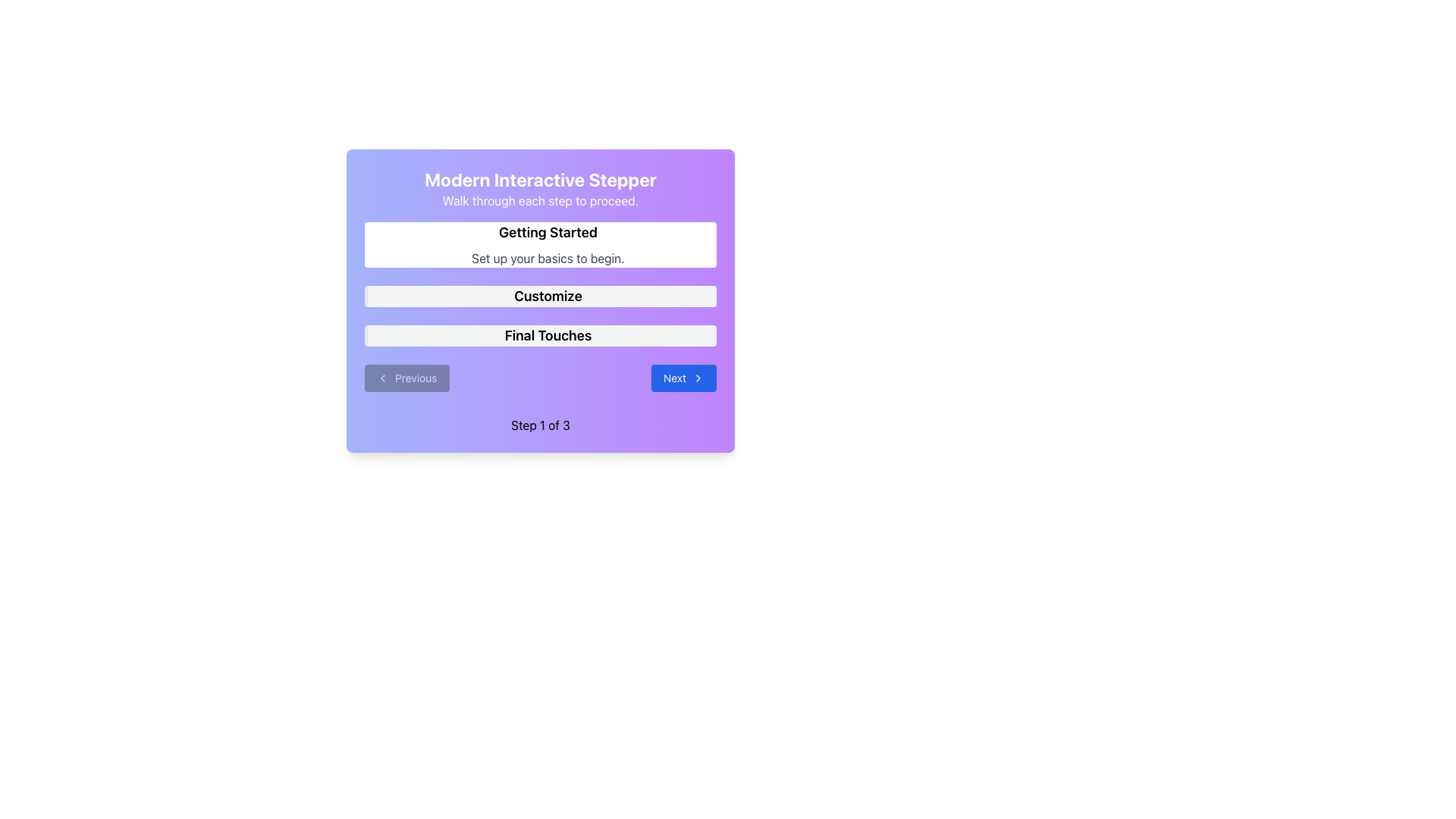 Image resolution: width=1456 pixels, height=819 pixels. What do you see at coordinates (548, 335) in the screenshot?
I see `text of the heading labeled 'Final Touches', which is styled in a bold, large font and located in a light gray rectangular background within the stepper interface` at bounding box center [548, 335].